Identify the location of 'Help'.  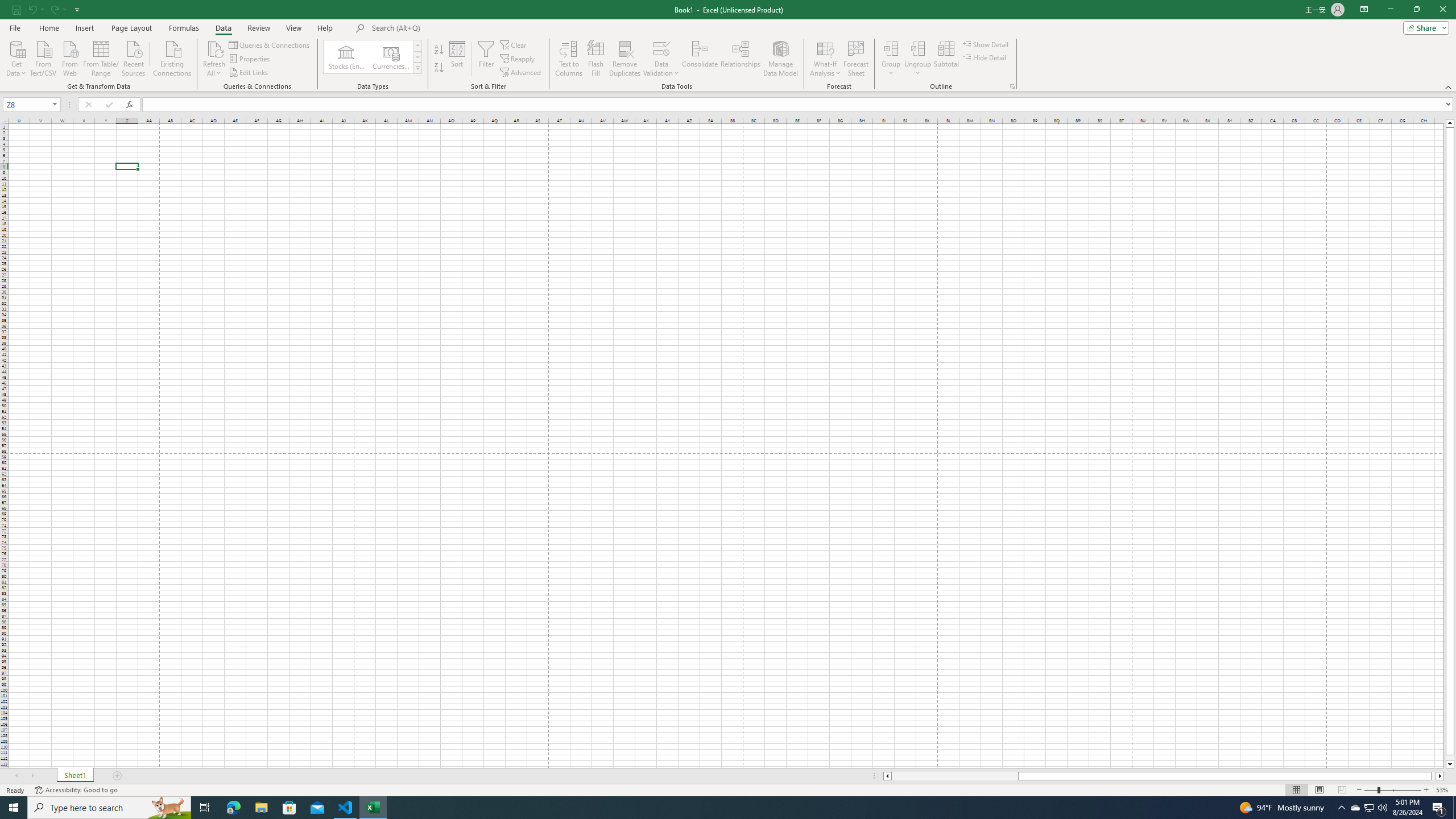
(325, 28).